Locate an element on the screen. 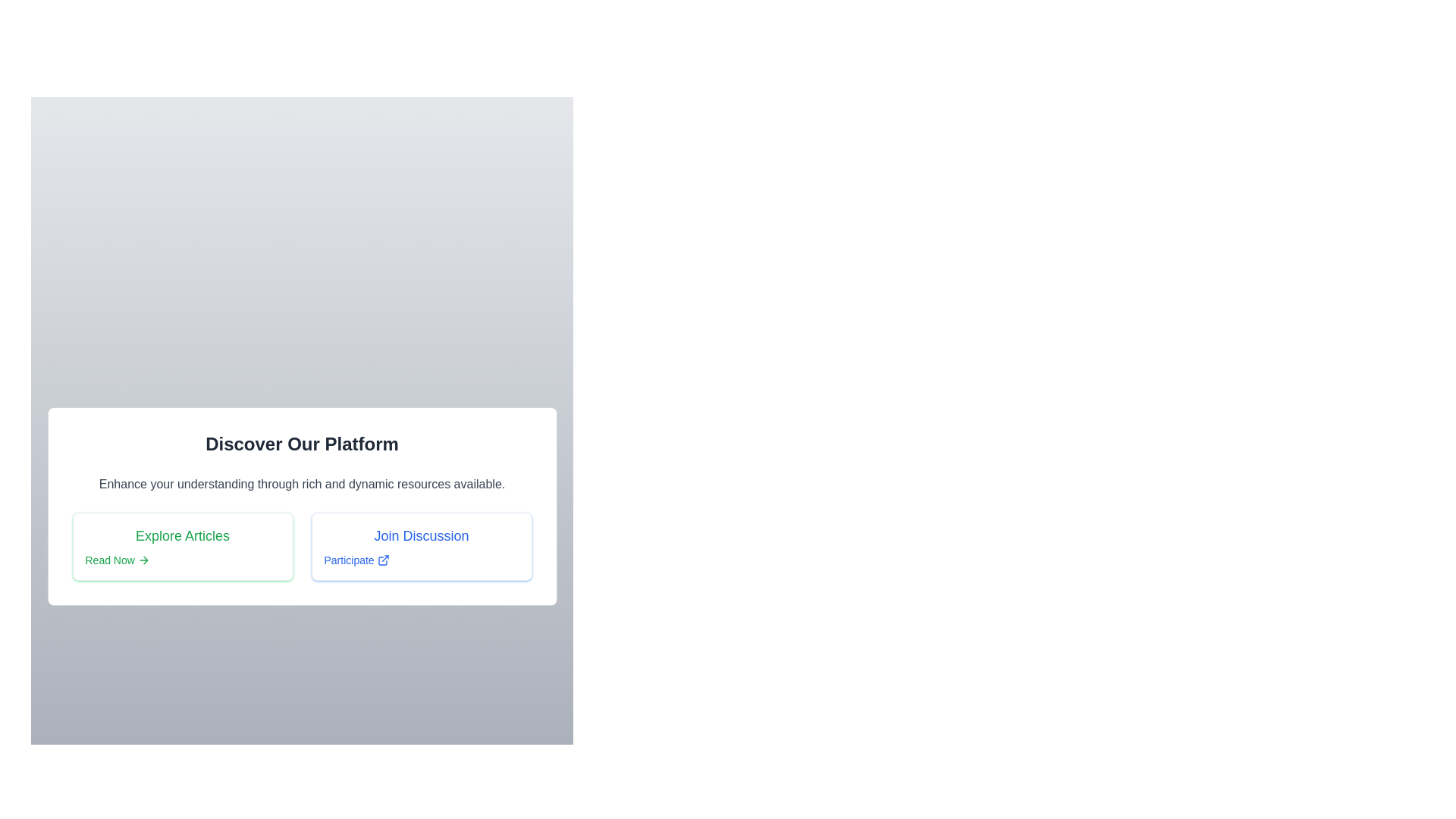 Image resolution: width=1456 pixels, height=819 pixels. the 'Read Now' link located in the first section of the two-column grid layout beneath the main heading 'Discover Our Platform' is located at coordinates (182, 547).